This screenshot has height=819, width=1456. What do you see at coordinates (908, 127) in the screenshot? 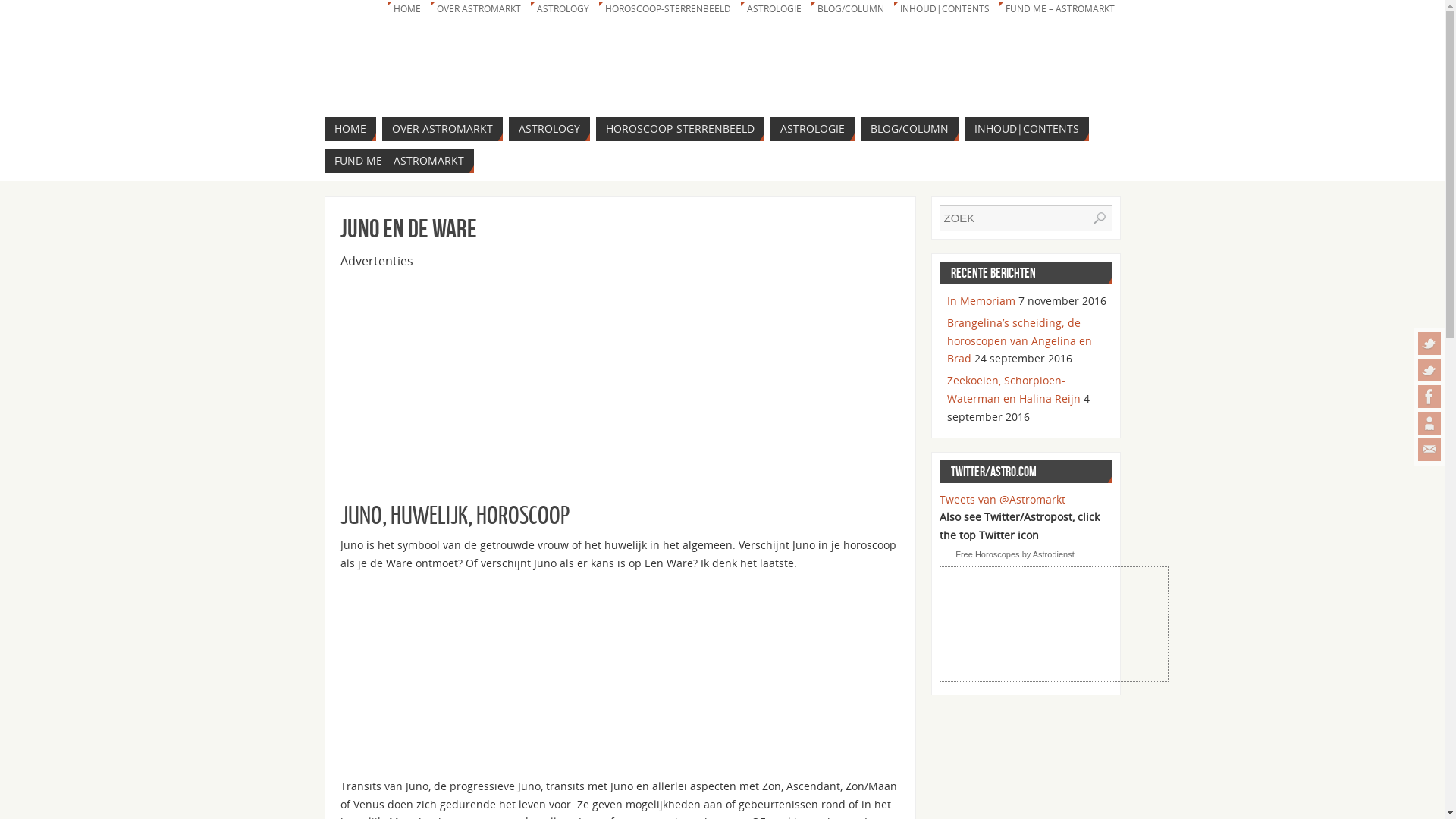
I see `'BLOG/COLUMN'` at bounding box center [908, 127].